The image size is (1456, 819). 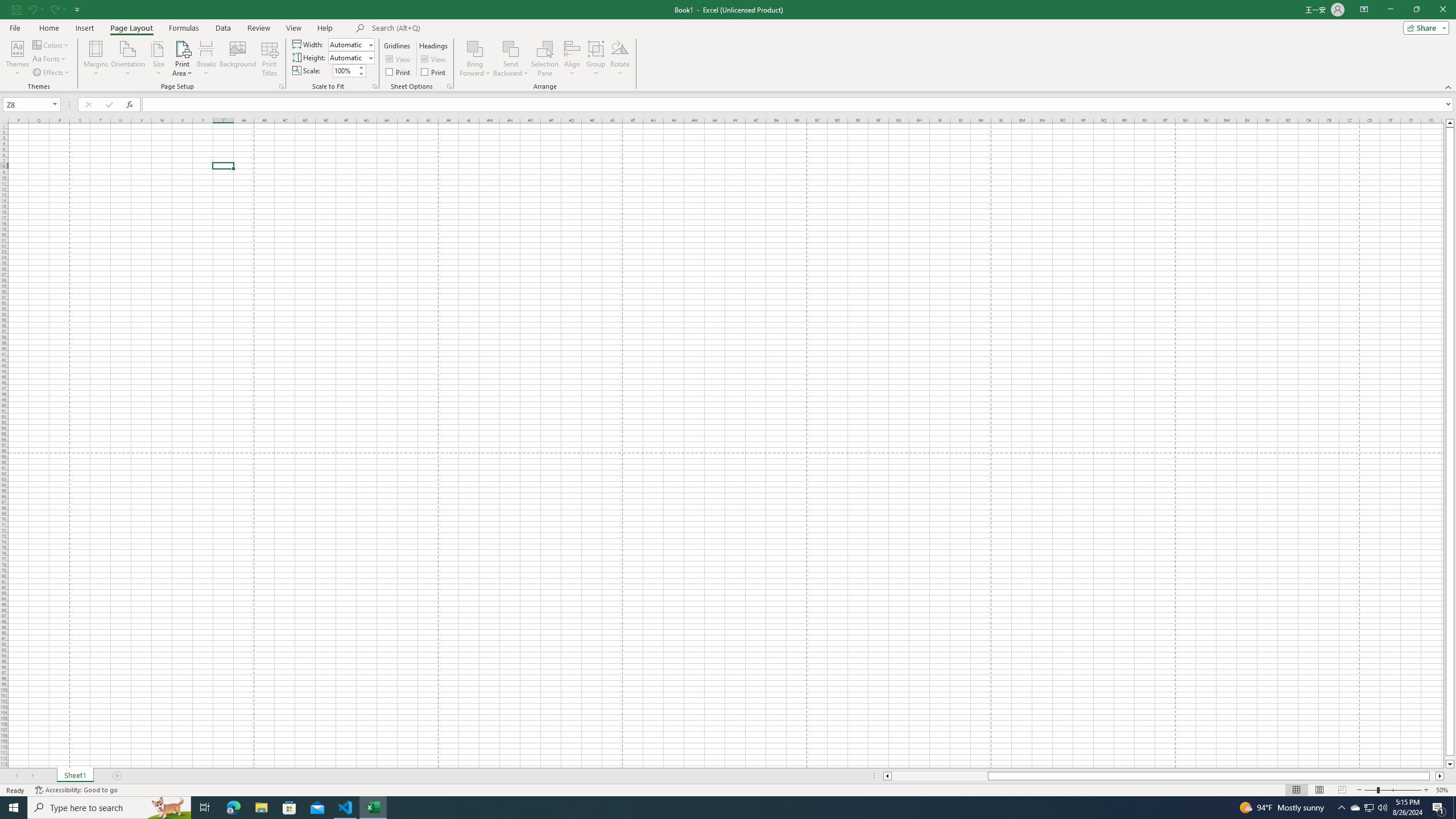 I want to click on 'Bring Forward', so click(x=475, y=48).